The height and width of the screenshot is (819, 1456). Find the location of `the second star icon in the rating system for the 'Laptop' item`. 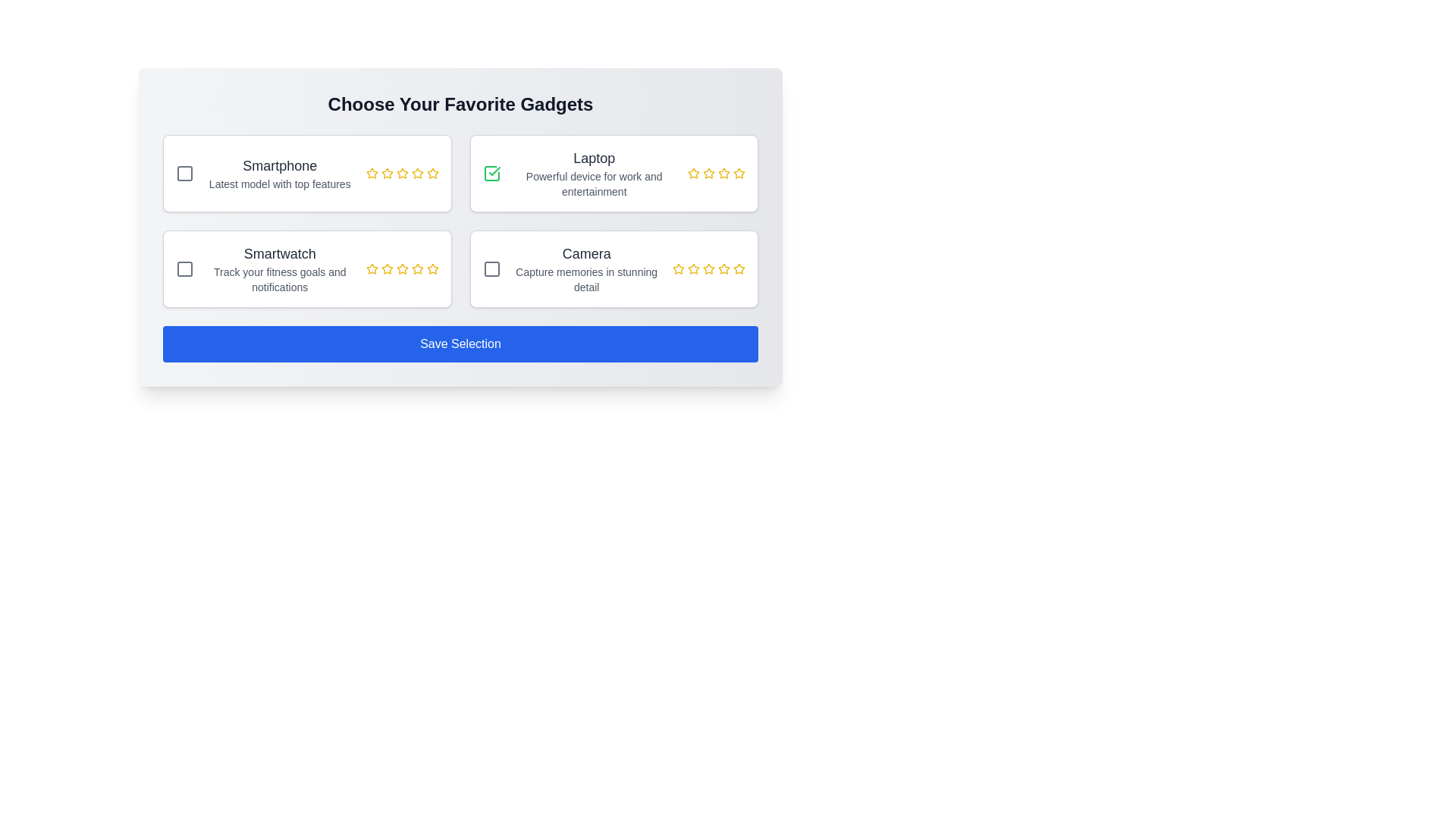

the second star icon in the rating system for the 'Laptop' item is located at coordinates (693, 172).